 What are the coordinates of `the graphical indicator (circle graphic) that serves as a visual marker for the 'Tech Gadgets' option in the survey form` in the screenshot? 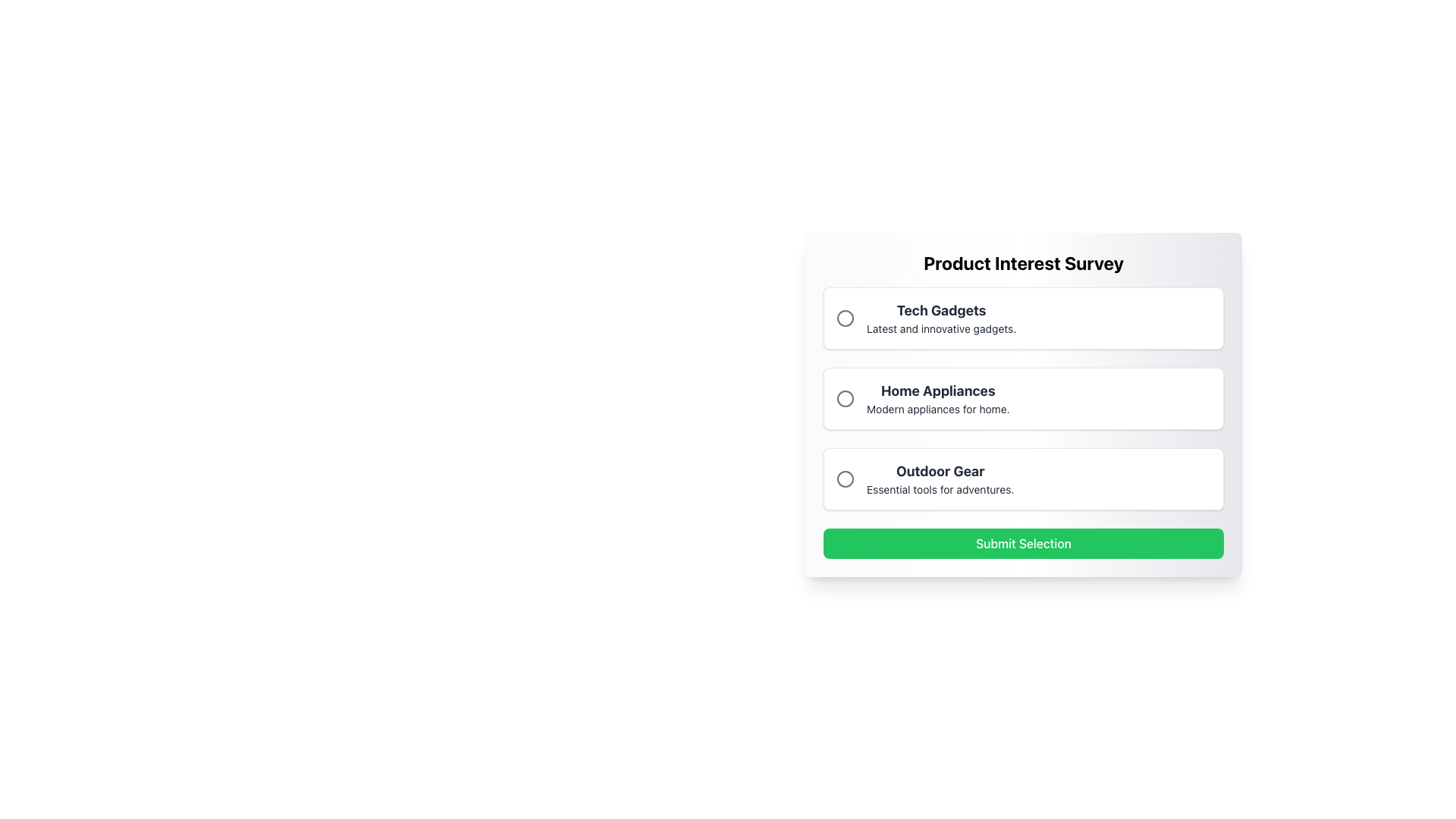 It's located at (844, 318).